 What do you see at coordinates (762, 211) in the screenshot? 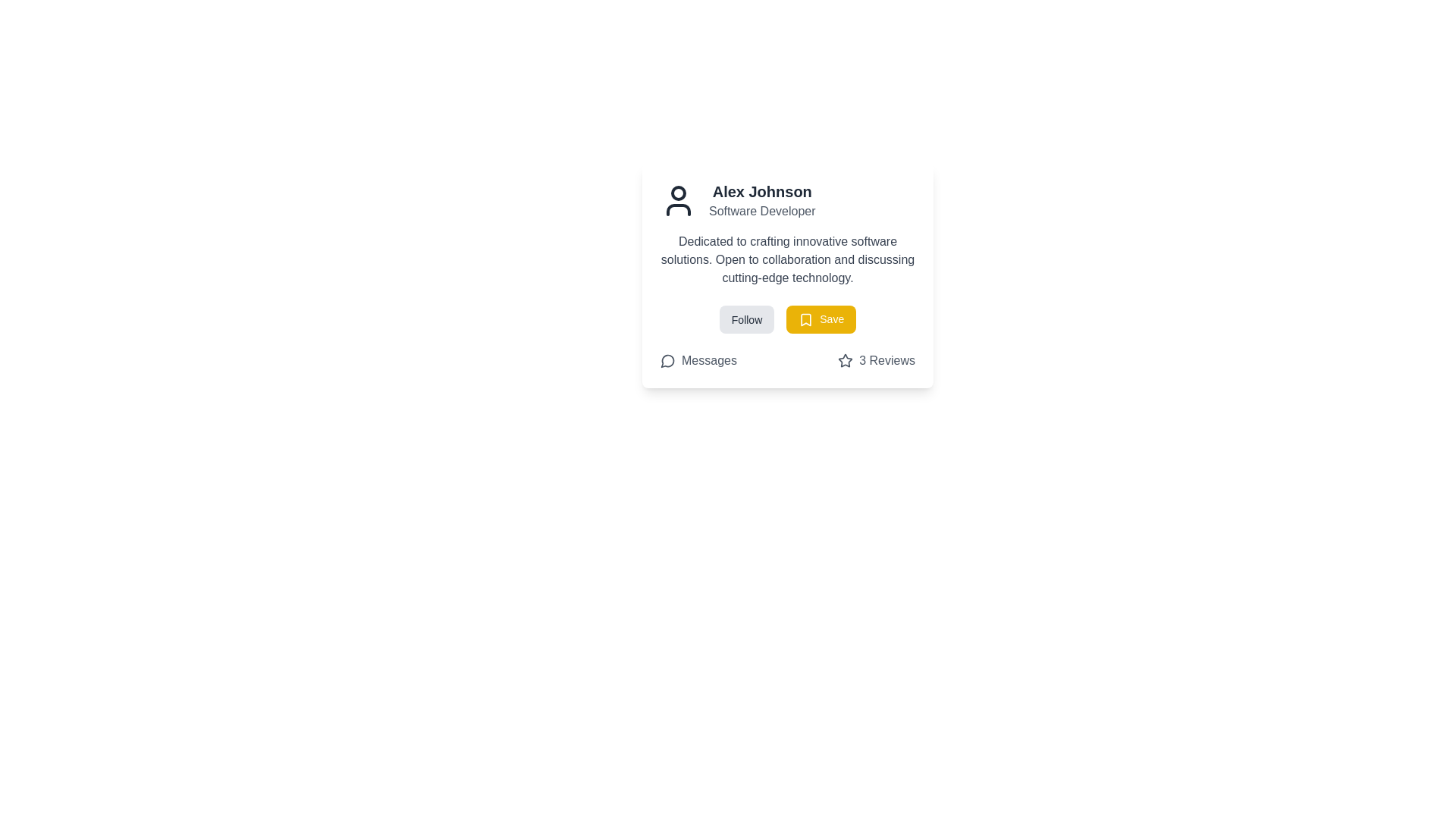
I see `the text label styled in gray font reading 'Software Developer', which is located directly below the bolded name 'Alex Johnson' in the upper central area of the card` at bounding box center [762, 211].